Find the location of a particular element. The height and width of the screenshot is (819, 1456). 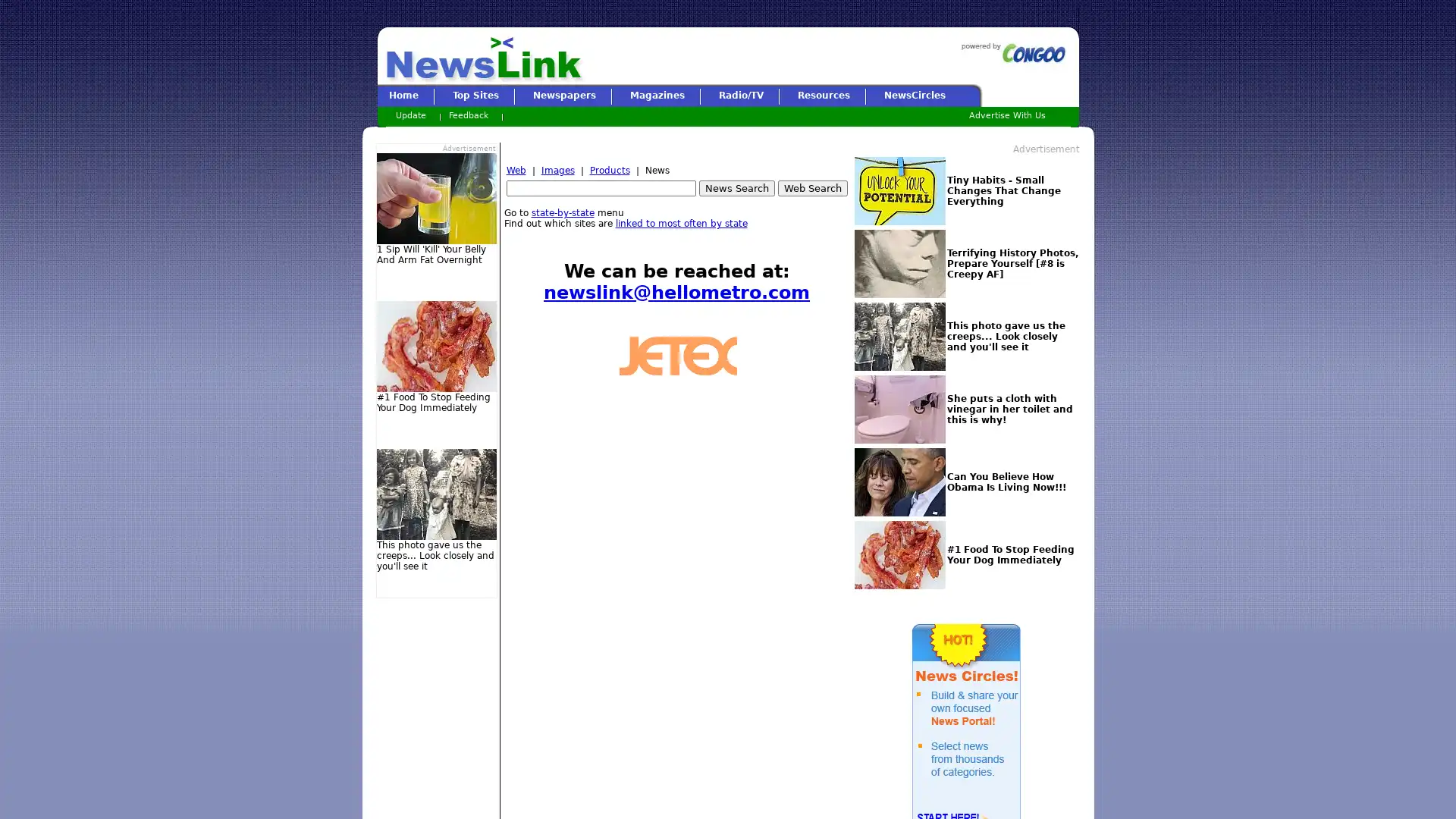

News Search is located at coordinates (736, 187).